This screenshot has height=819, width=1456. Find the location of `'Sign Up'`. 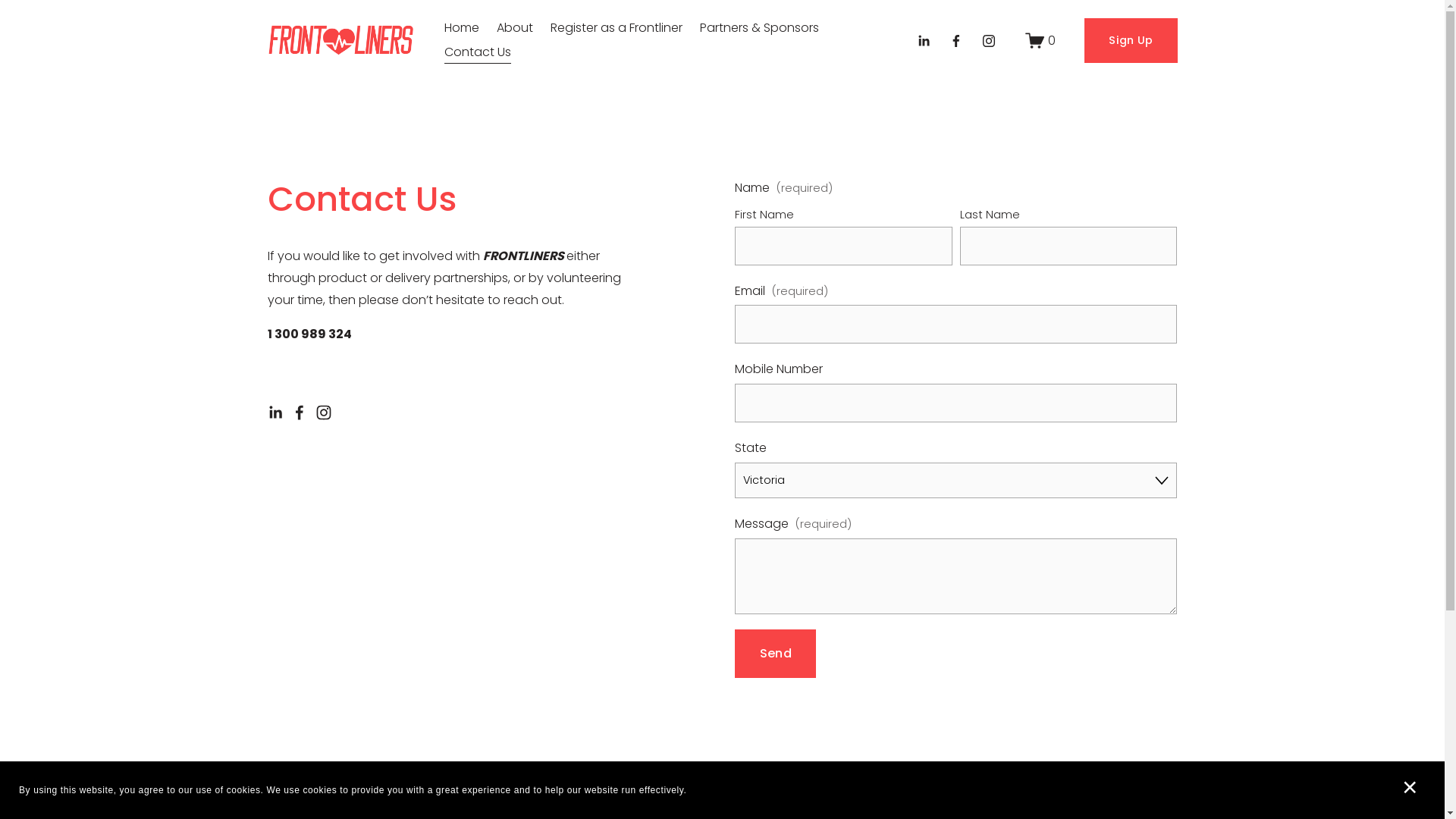

'Sign Up' is located at coordinates (1084, 39).